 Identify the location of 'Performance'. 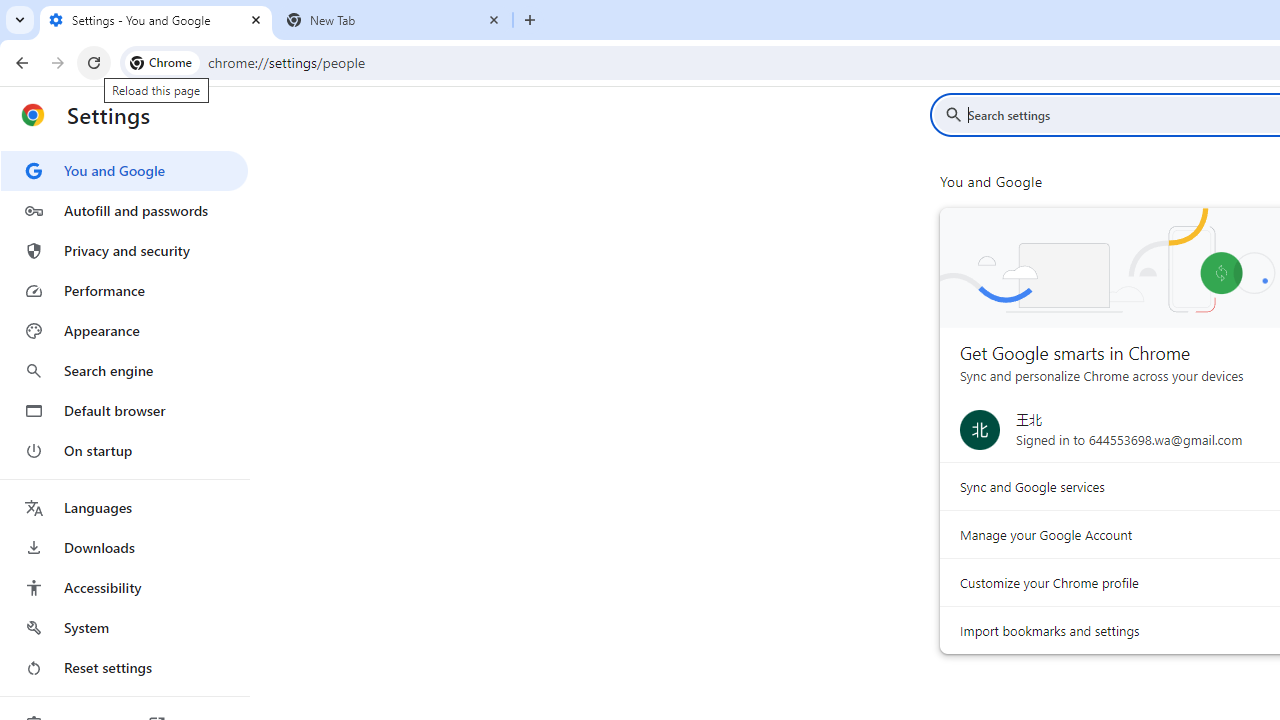
(123, 290).